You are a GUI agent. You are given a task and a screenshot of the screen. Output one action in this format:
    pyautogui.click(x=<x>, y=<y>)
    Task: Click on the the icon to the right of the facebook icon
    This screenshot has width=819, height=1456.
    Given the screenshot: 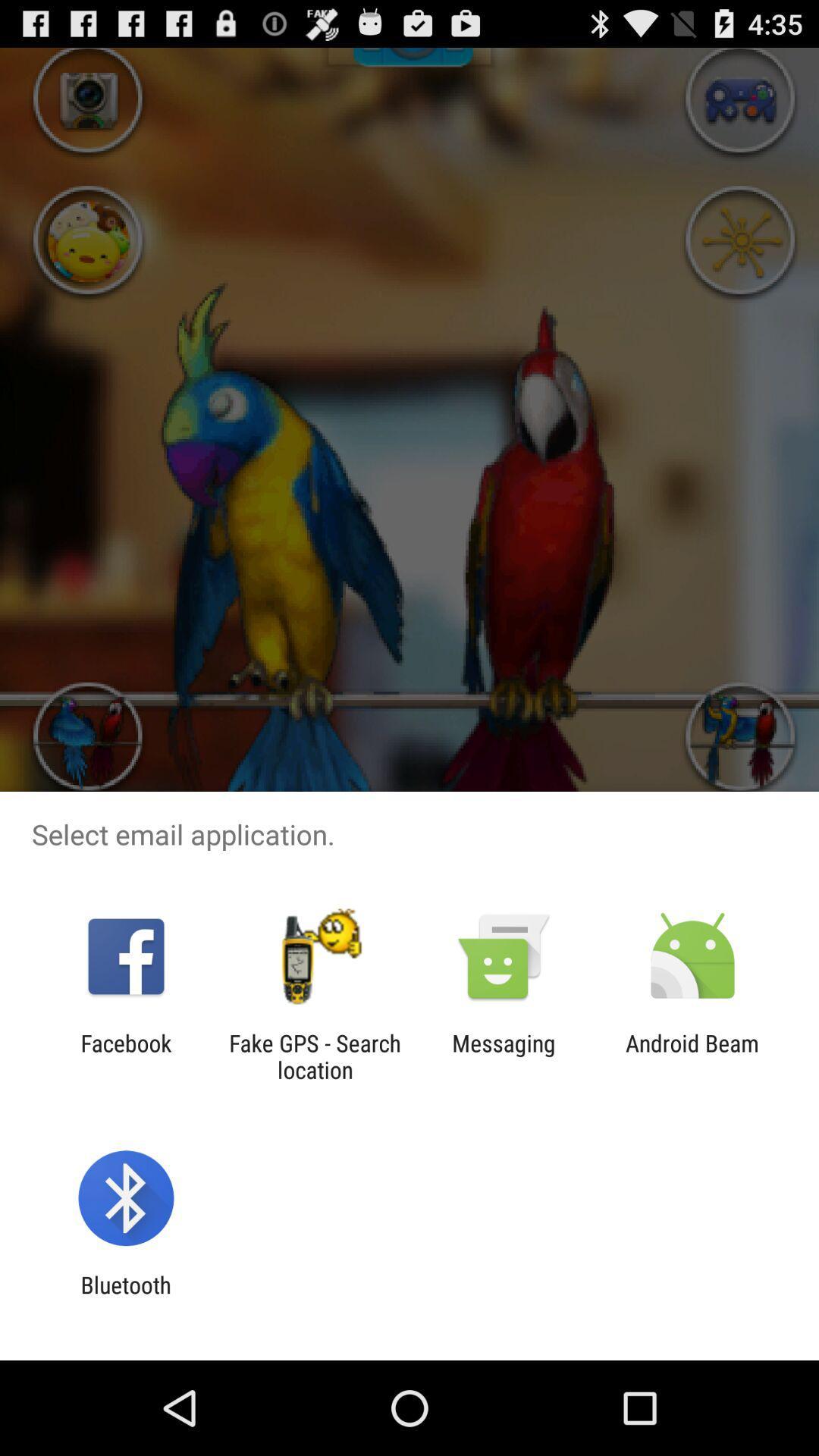 What is the action you would take?
    pyautogui.click(x=314, y=1056)
    